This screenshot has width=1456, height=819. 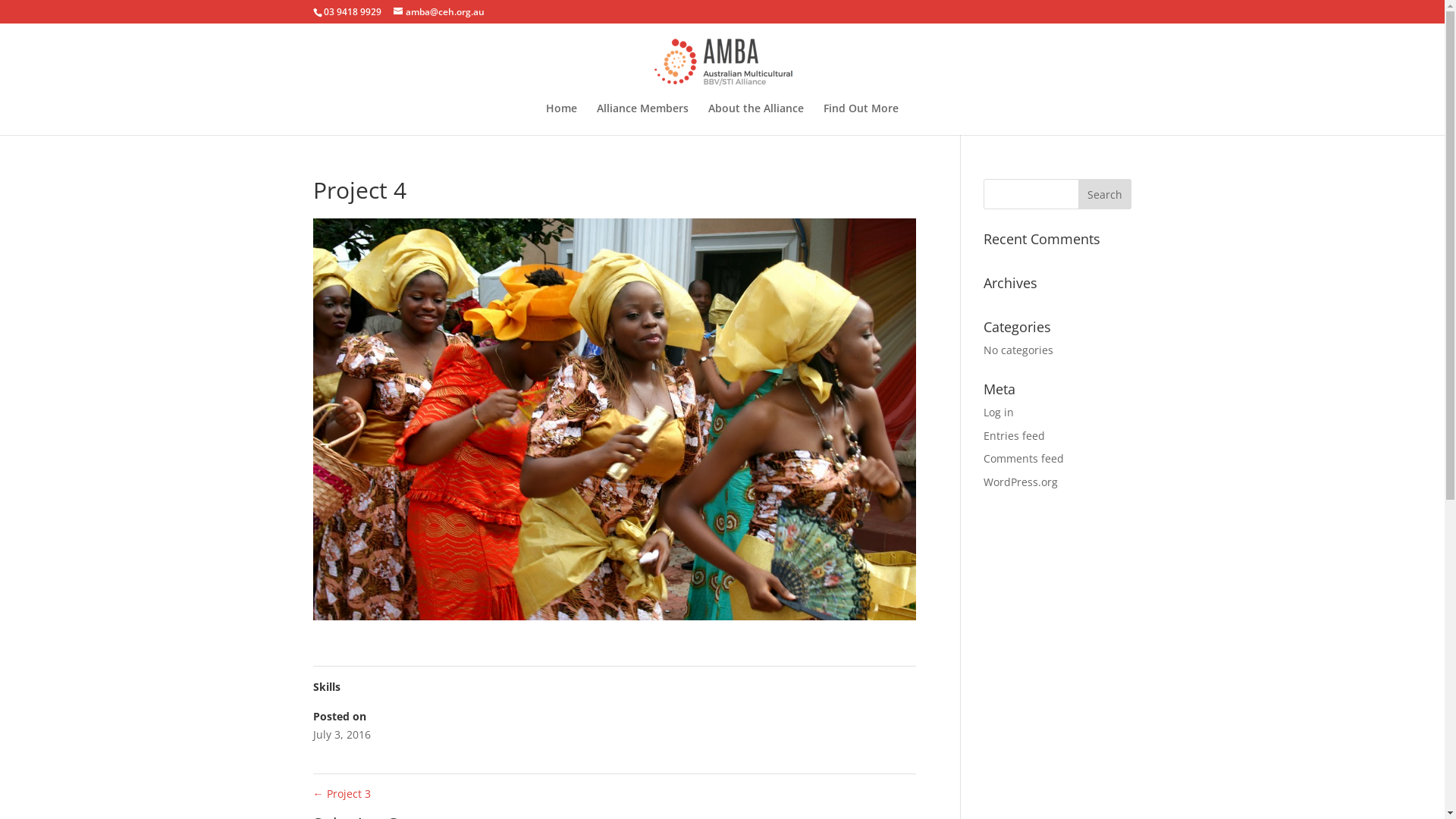 What do you see at coordinates (1105, 193) in the screenshot?
I see `'Search'` at bounding box center [1105, 193].